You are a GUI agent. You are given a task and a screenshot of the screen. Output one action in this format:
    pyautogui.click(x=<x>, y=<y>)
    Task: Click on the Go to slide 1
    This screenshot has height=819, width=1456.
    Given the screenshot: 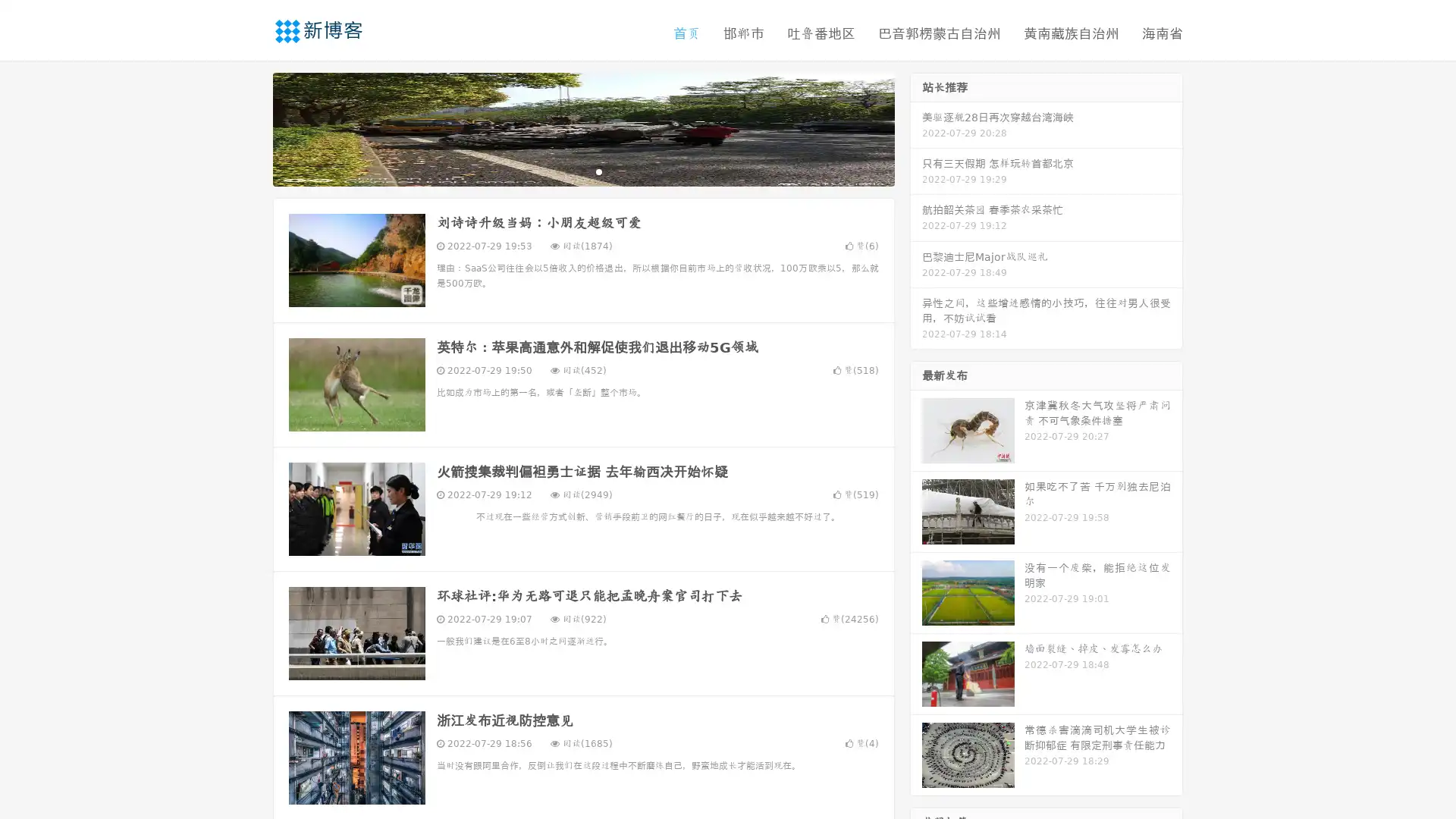 What is the action you would take?
    pyautogui.click(x=567, y=171)
    